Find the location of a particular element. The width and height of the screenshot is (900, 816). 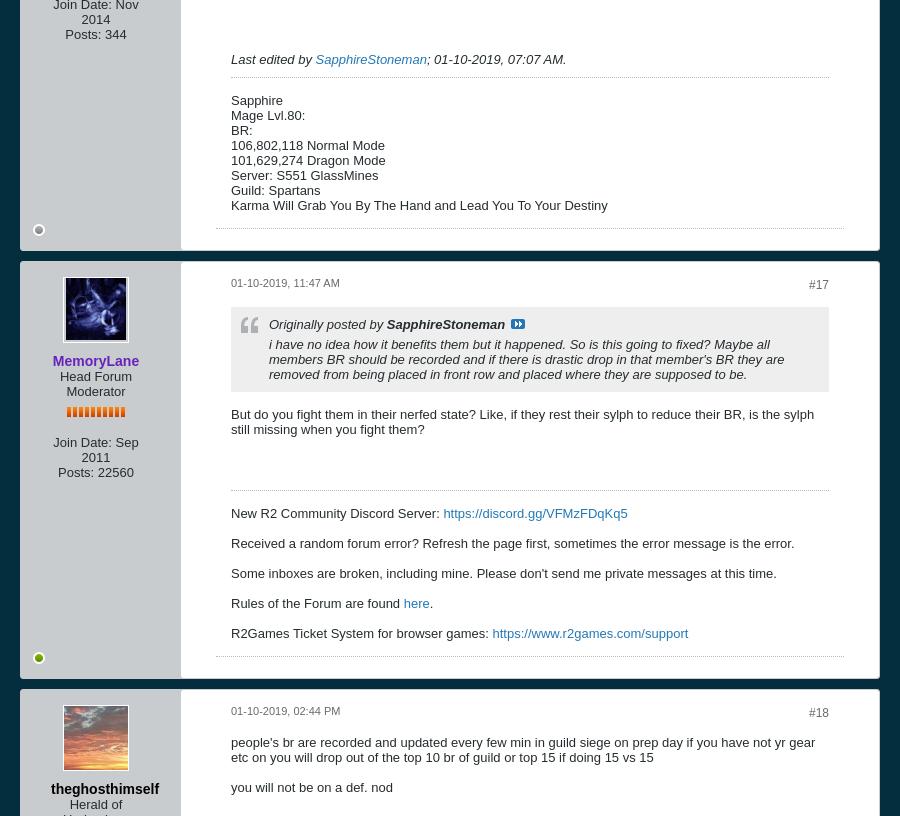

'#18' is located at coordinates (808, 710).